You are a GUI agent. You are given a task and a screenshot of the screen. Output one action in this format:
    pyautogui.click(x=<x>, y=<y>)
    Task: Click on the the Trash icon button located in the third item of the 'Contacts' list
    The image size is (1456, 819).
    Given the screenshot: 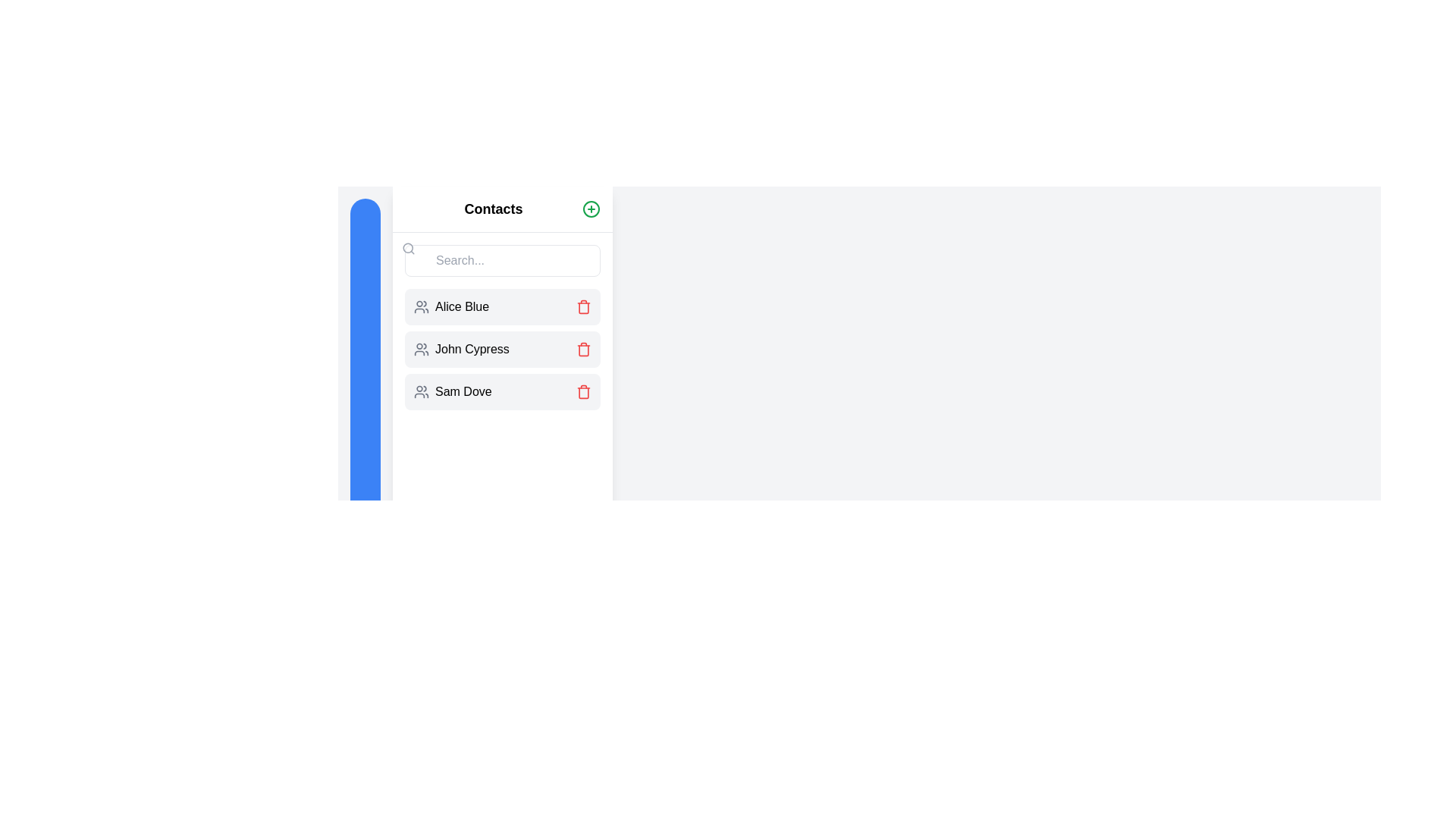 What is the action you would take?
    pyautogui.click(x=582, y=391)
    